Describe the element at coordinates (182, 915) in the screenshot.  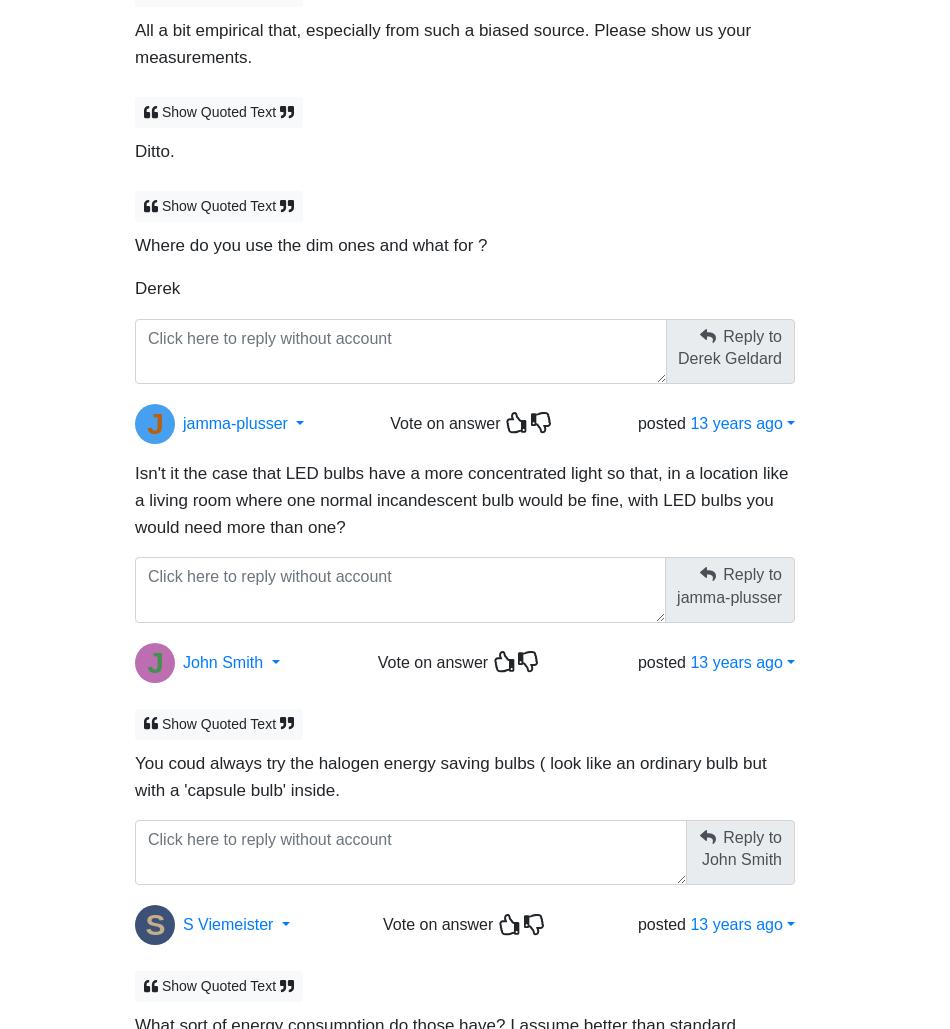
I see `'S Viemeister'` at that location.